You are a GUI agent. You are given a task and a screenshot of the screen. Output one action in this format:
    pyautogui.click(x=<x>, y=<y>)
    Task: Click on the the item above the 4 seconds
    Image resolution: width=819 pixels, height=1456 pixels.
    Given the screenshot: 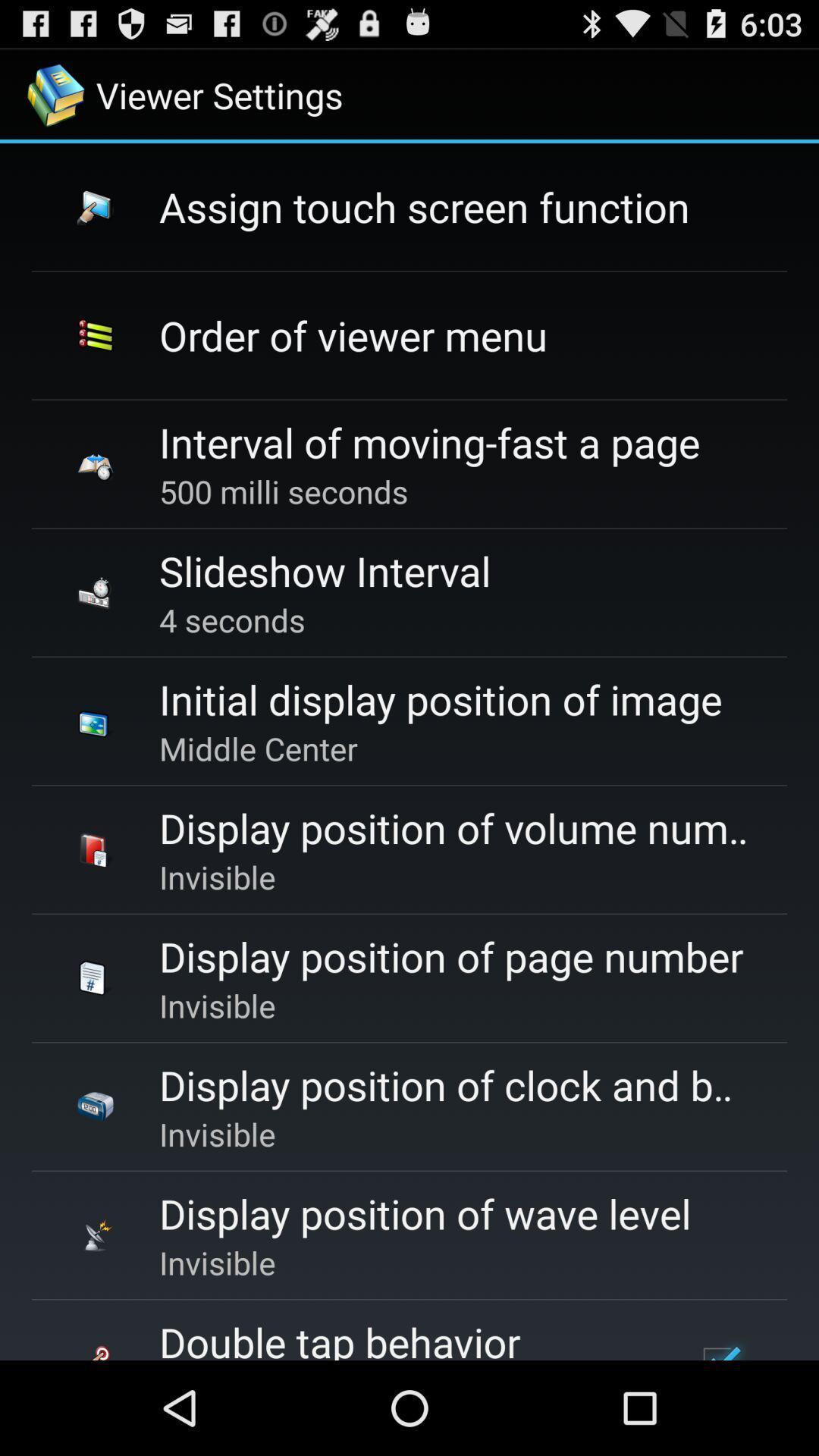 What is the action you would take?
    pyautogui.click(x=324, y=570)
    